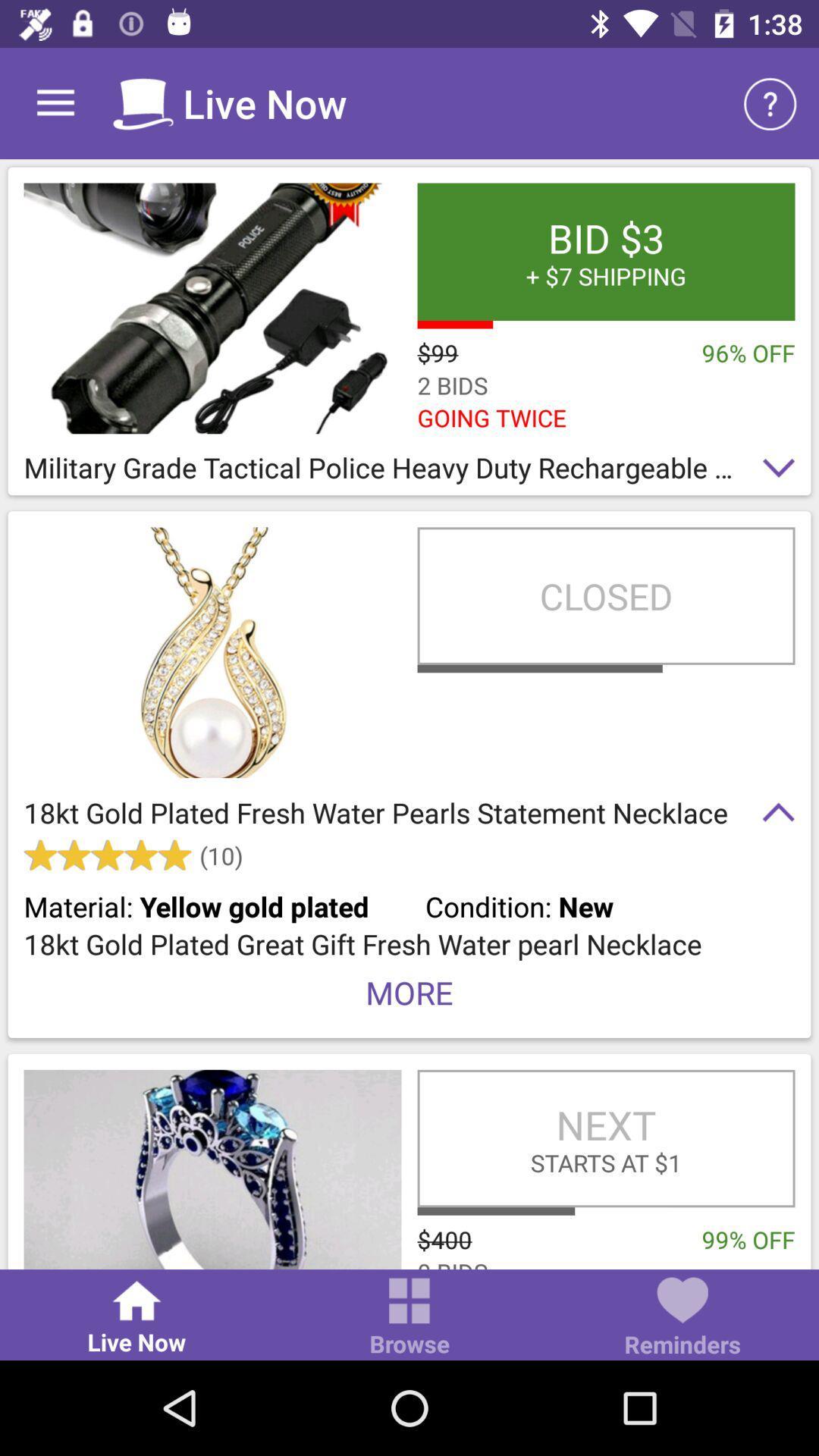 The height and width of the screenshot is (1456, 819). Describe the element at coordinates (605, 595) in the screenshot. I see `closed` at that location.